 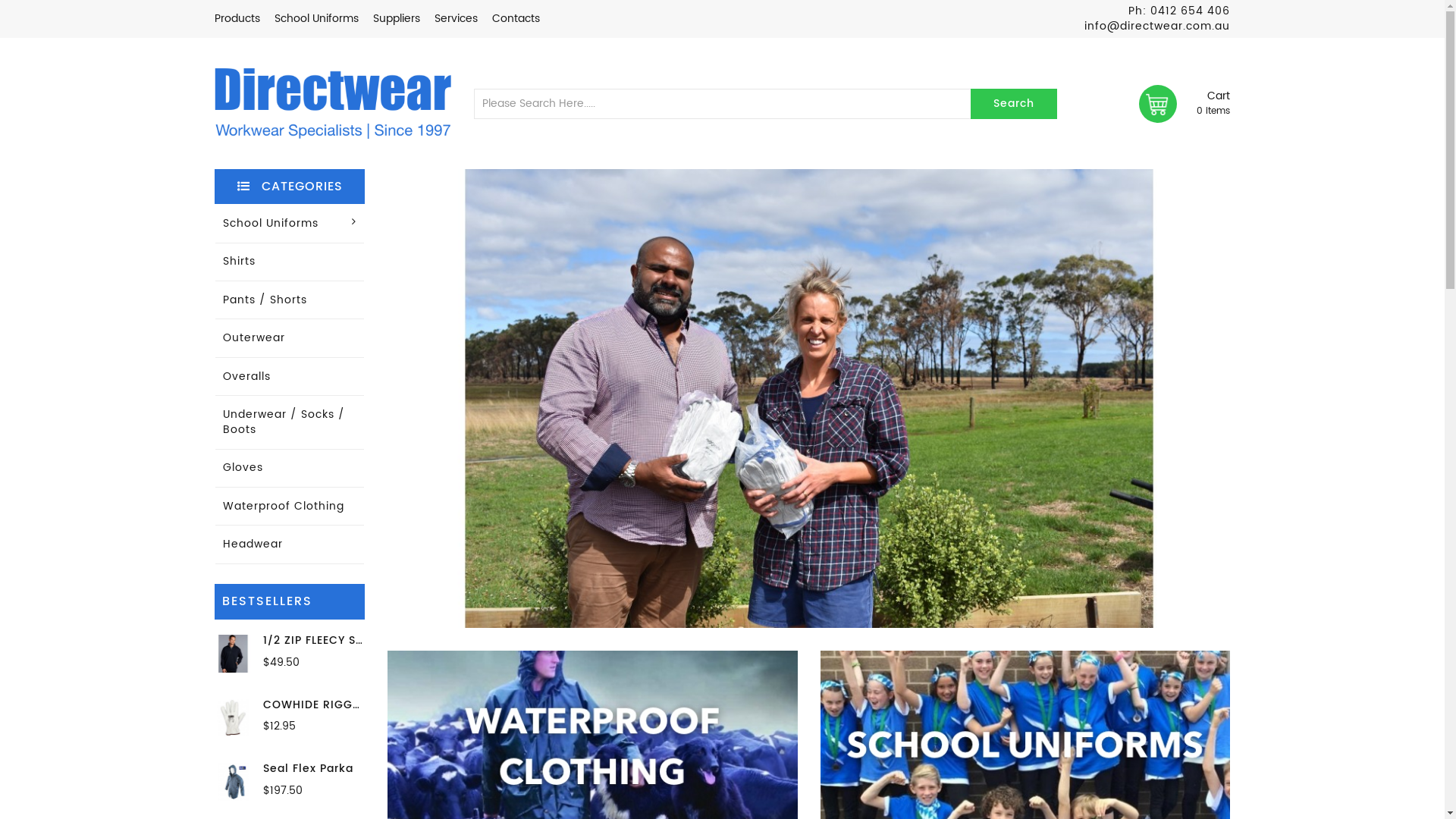 I want to click on 'Cart, so click(x=1183, y=103).